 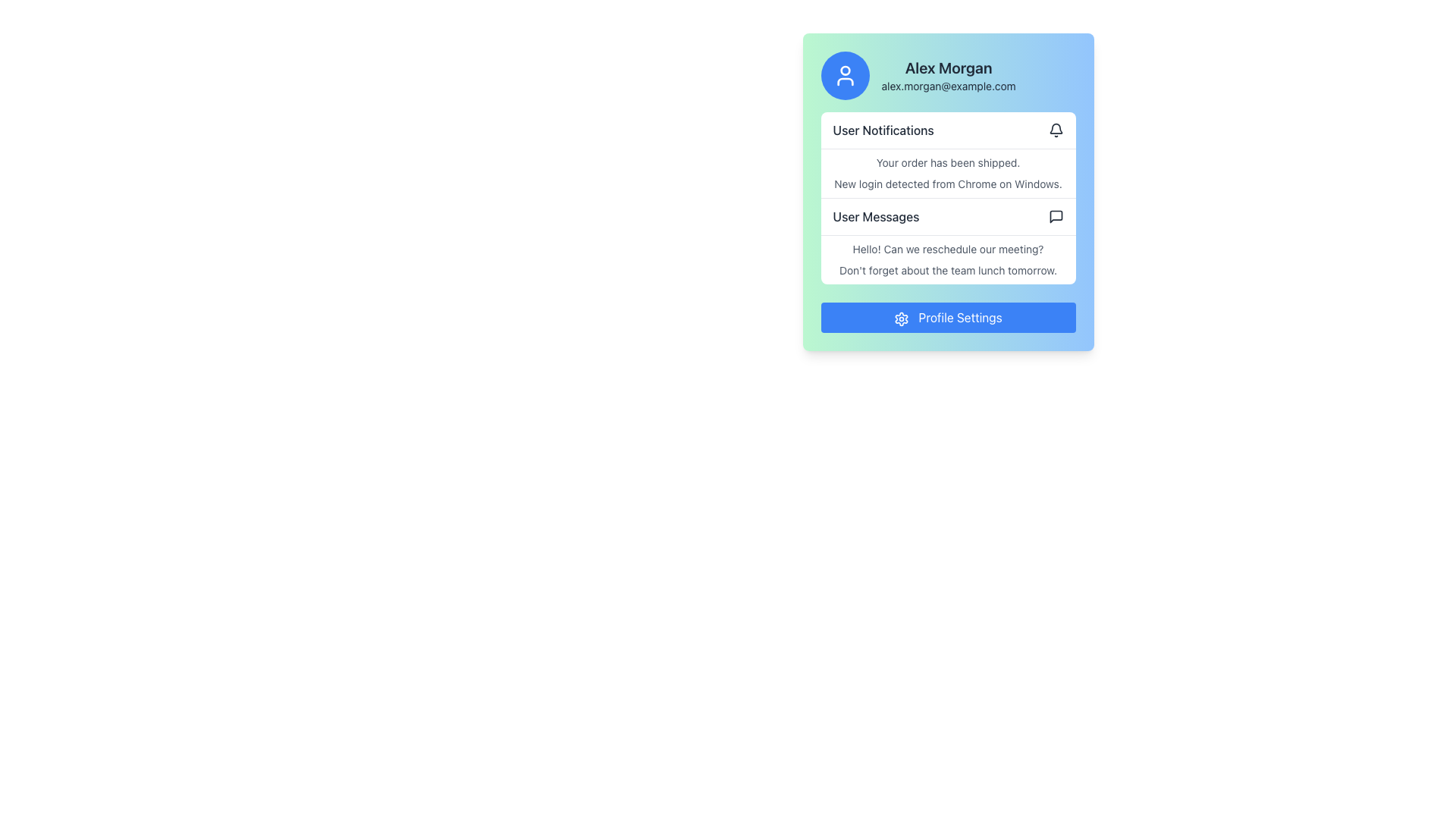 What do you see at coordinates (947, 270) in the screenshot?
I see `line of text that says "Don't forget about the team lunch tomorrow." located in the 'User Messages' section below the message "Hello! Can we reschedule our meeting?" and above the 'Profile Settings' button` at bounding box center [947, 270].